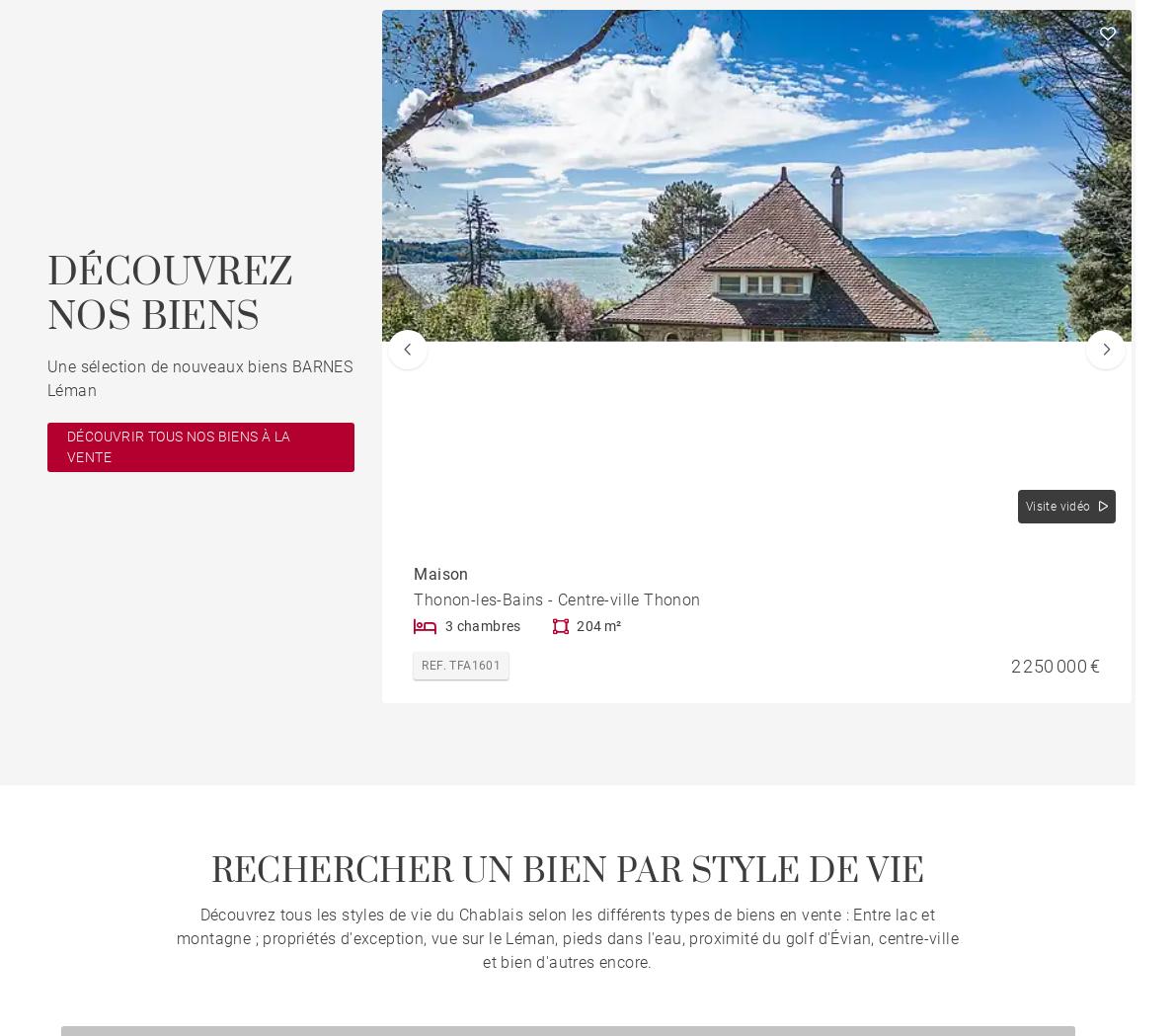  I want to click on '2 250 000 €', so click(1009, 664).